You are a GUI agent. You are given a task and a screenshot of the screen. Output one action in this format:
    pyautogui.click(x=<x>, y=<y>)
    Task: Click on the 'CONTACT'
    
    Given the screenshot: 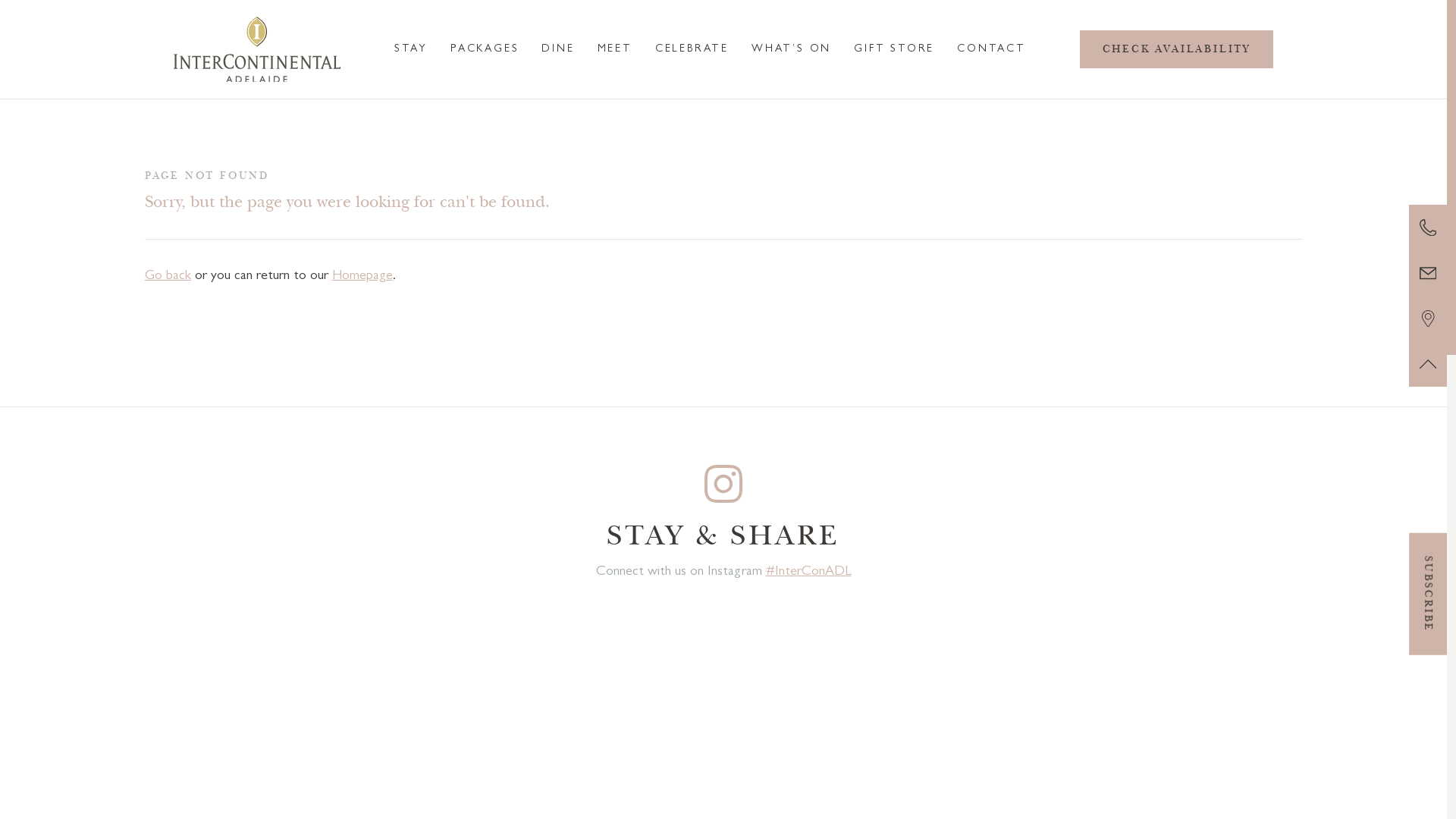 What is the action you would take?
    pyautogui.click(x=991, y=49)
    